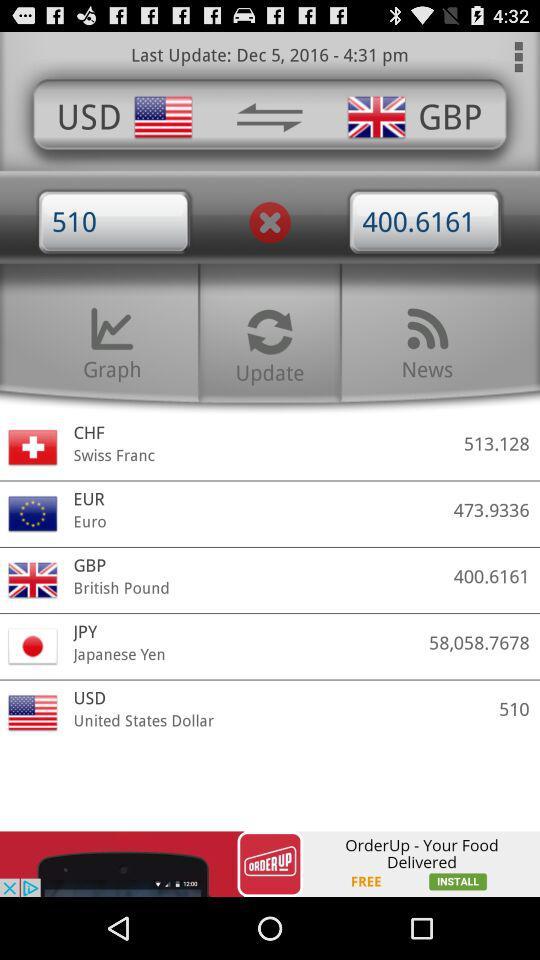 The height and width of the screenshot is (960, 540). What do you see at coordinates (270, 222) in the screenshot?
I see `close` at bounding box center [270, 222].